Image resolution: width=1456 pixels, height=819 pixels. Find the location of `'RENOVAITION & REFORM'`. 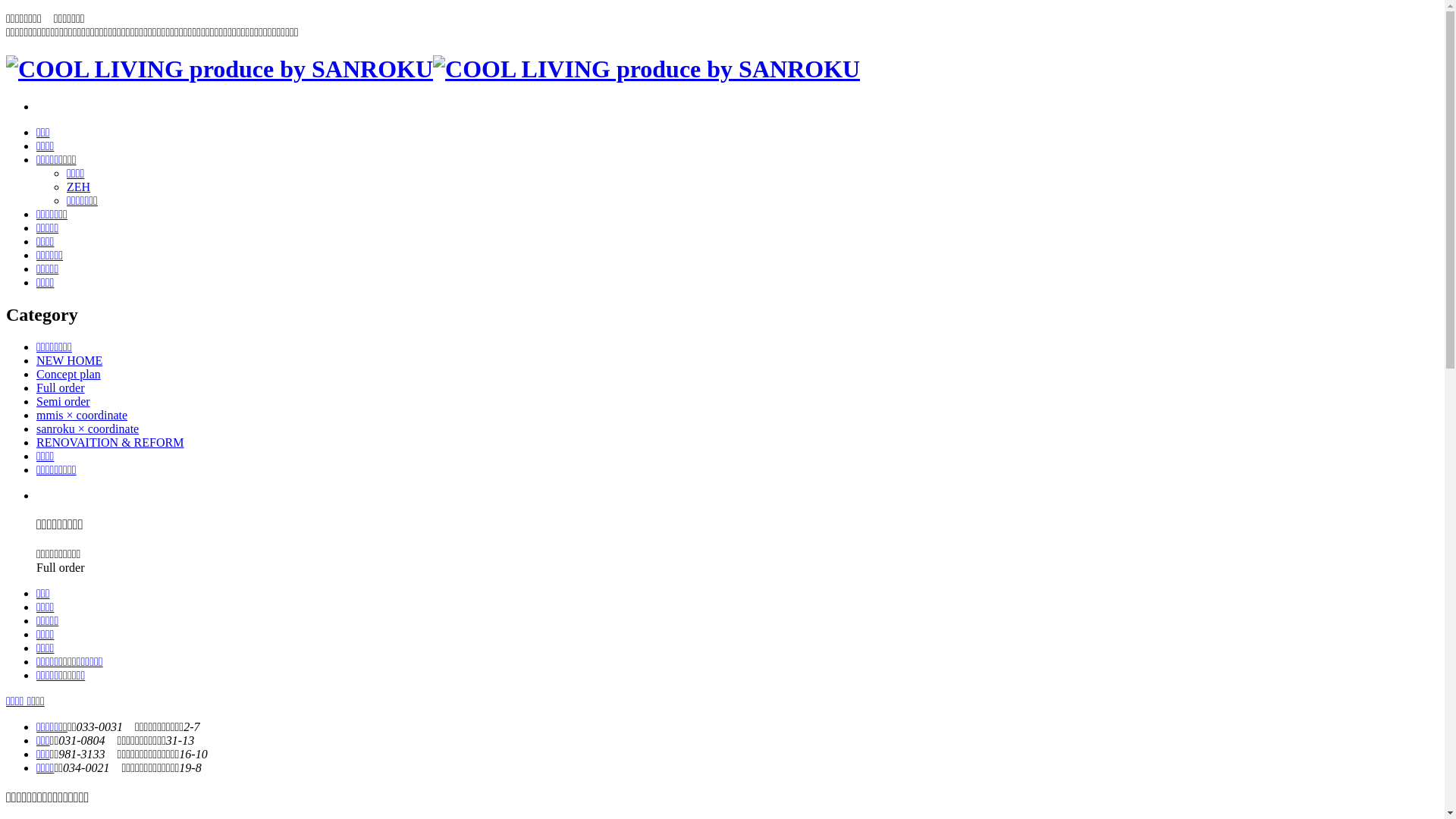

'RENOVAITION & REFORM' is located at coordinates (108, 442).